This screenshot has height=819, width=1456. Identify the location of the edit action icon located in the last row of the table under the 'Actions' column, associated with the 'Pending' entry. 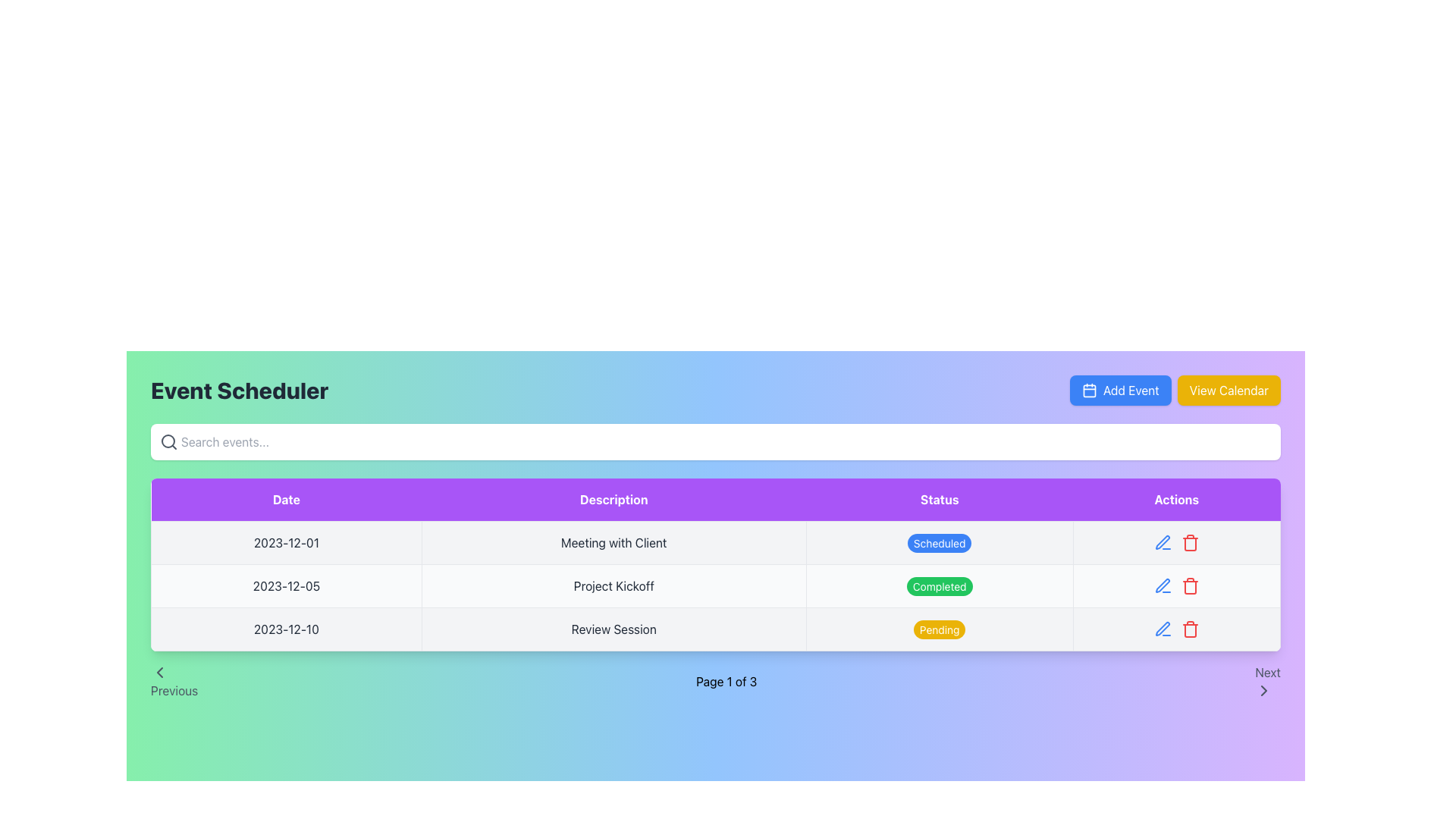
(1162, 629).